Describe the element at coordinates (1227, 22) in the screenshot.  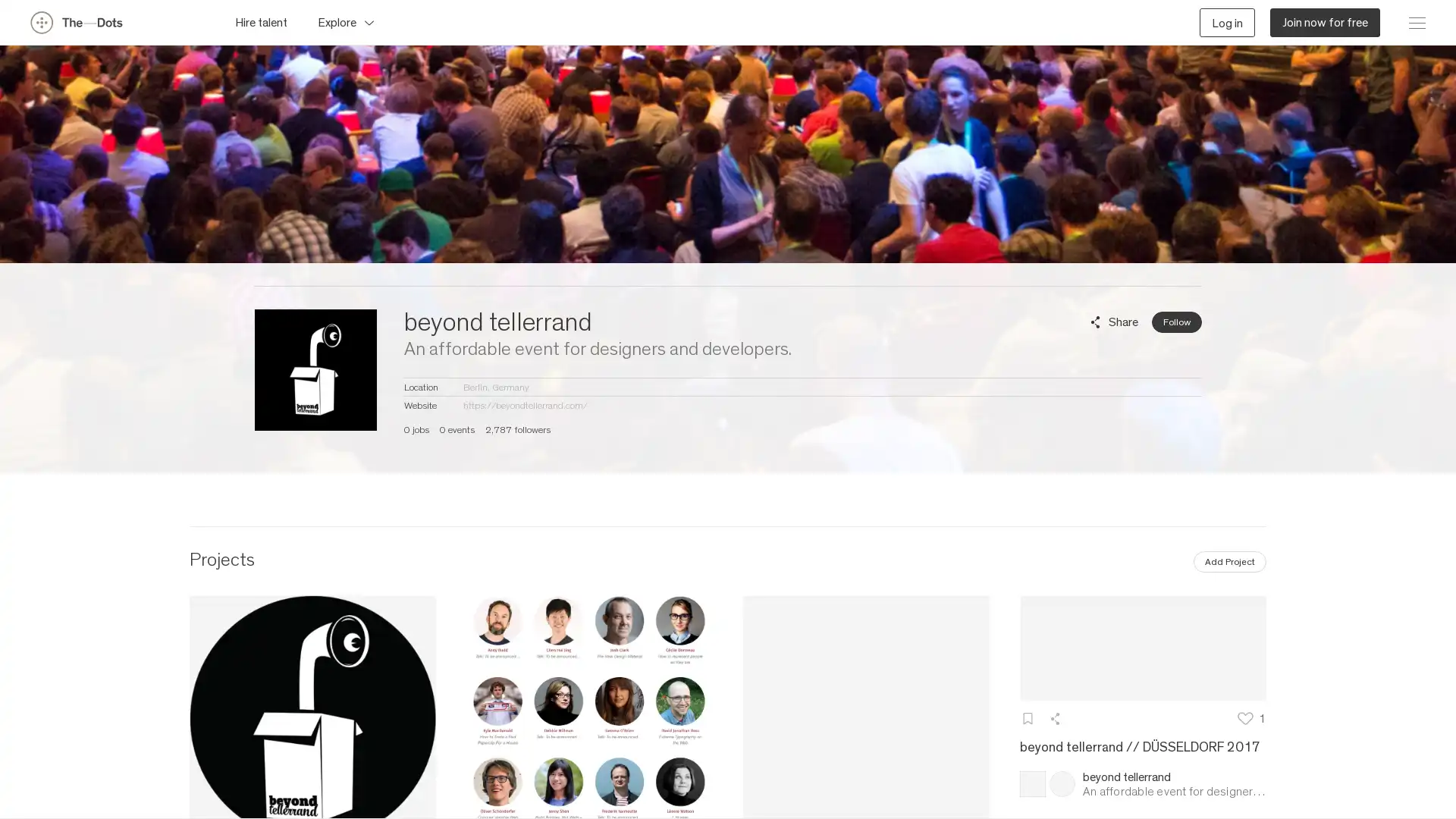
I see `Log in` at that location.